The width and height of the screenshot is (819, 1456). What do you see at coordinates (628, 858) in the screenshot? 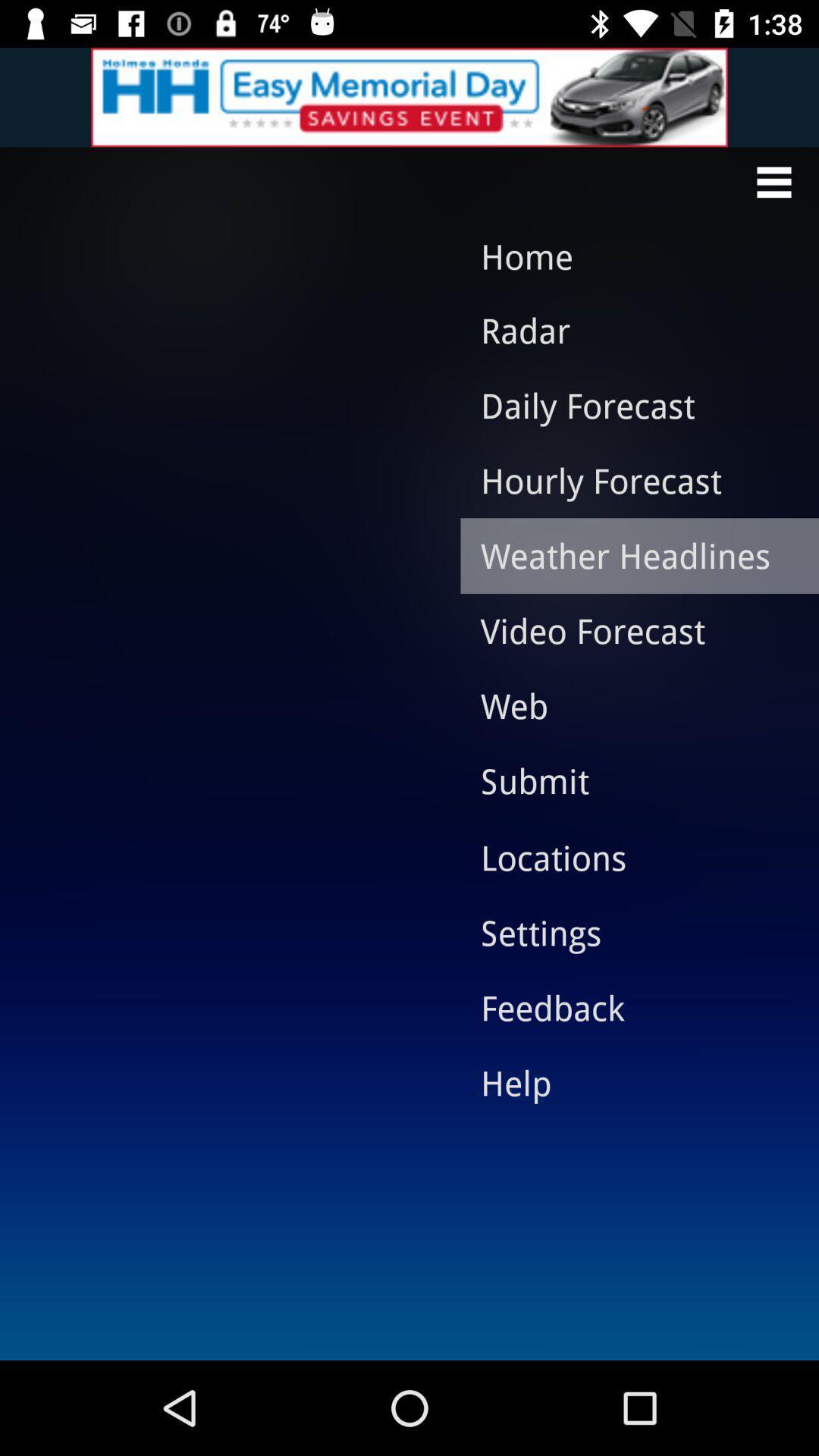
I see `item above the settings` at bounding box center [628, 858].